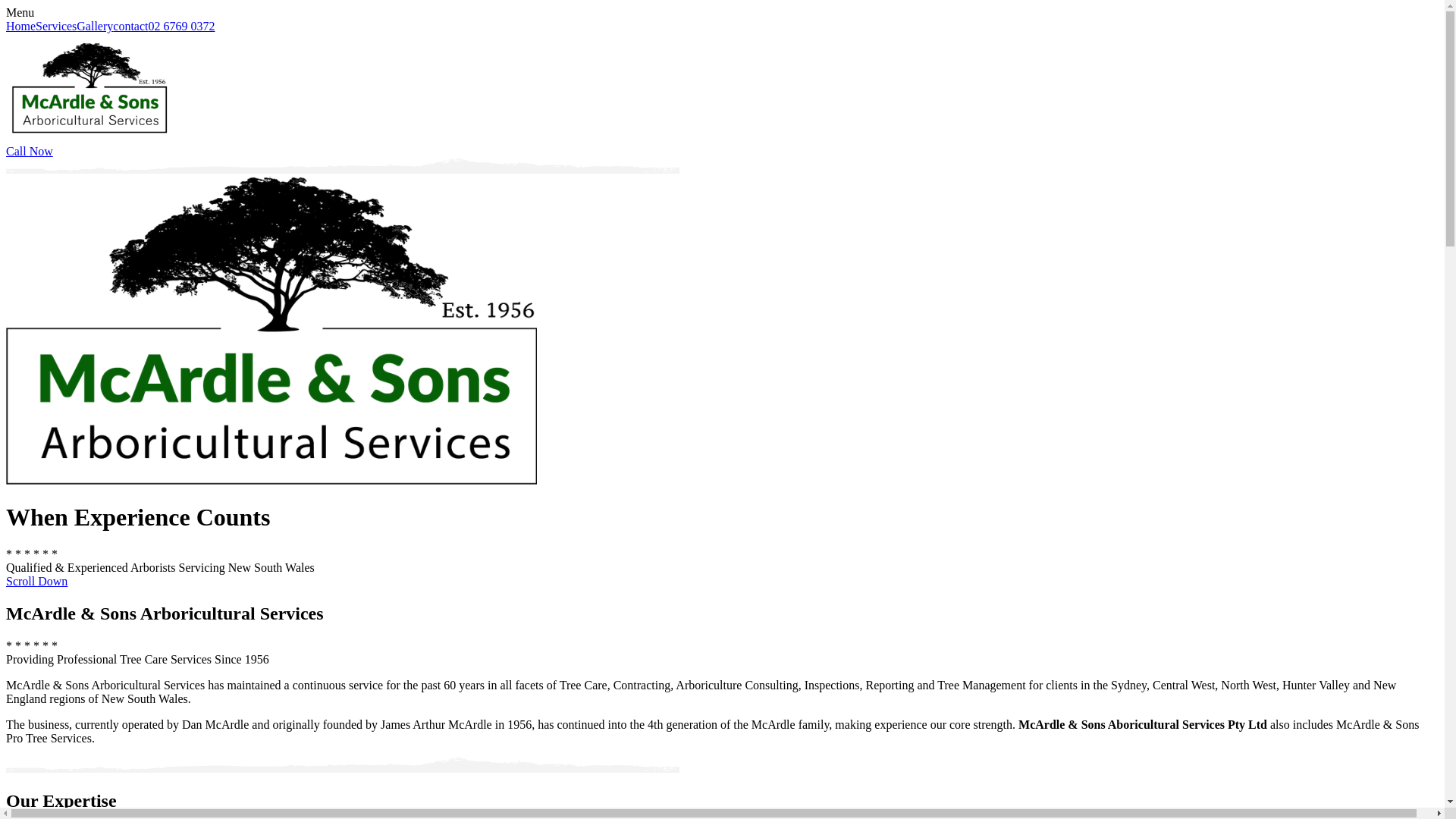  What do you see at coordinates (149, 26) in the screenshot?
I see `'02 6769 0372'` at bounding box center [149, 26].